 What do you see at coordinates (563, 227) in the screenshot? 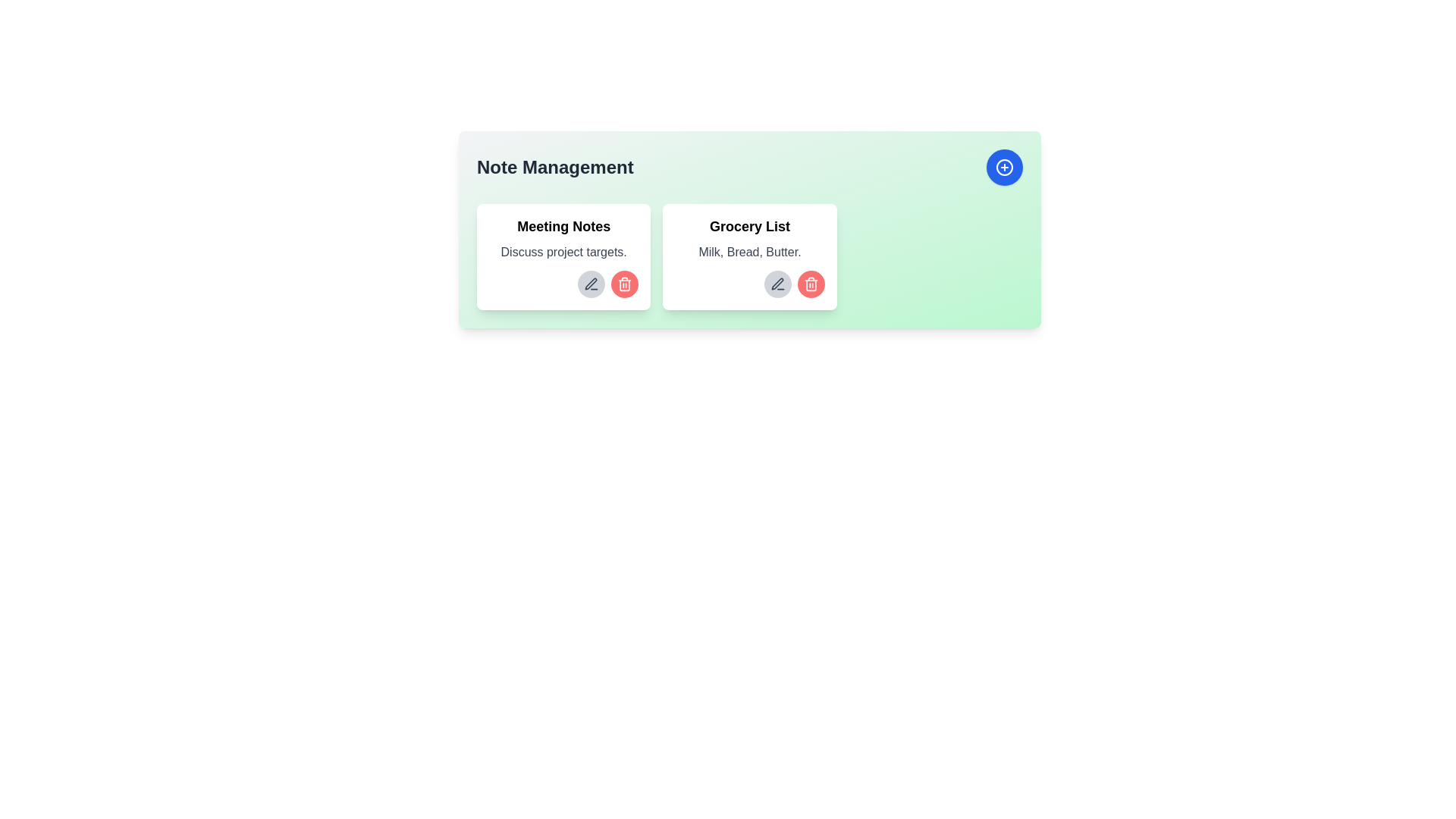
I see `the bold text label displaying 'Meeting Notes', which is located at the top-left corner of the white card with rounded corners under 'Note Management'` at bounding box center [563, 227].